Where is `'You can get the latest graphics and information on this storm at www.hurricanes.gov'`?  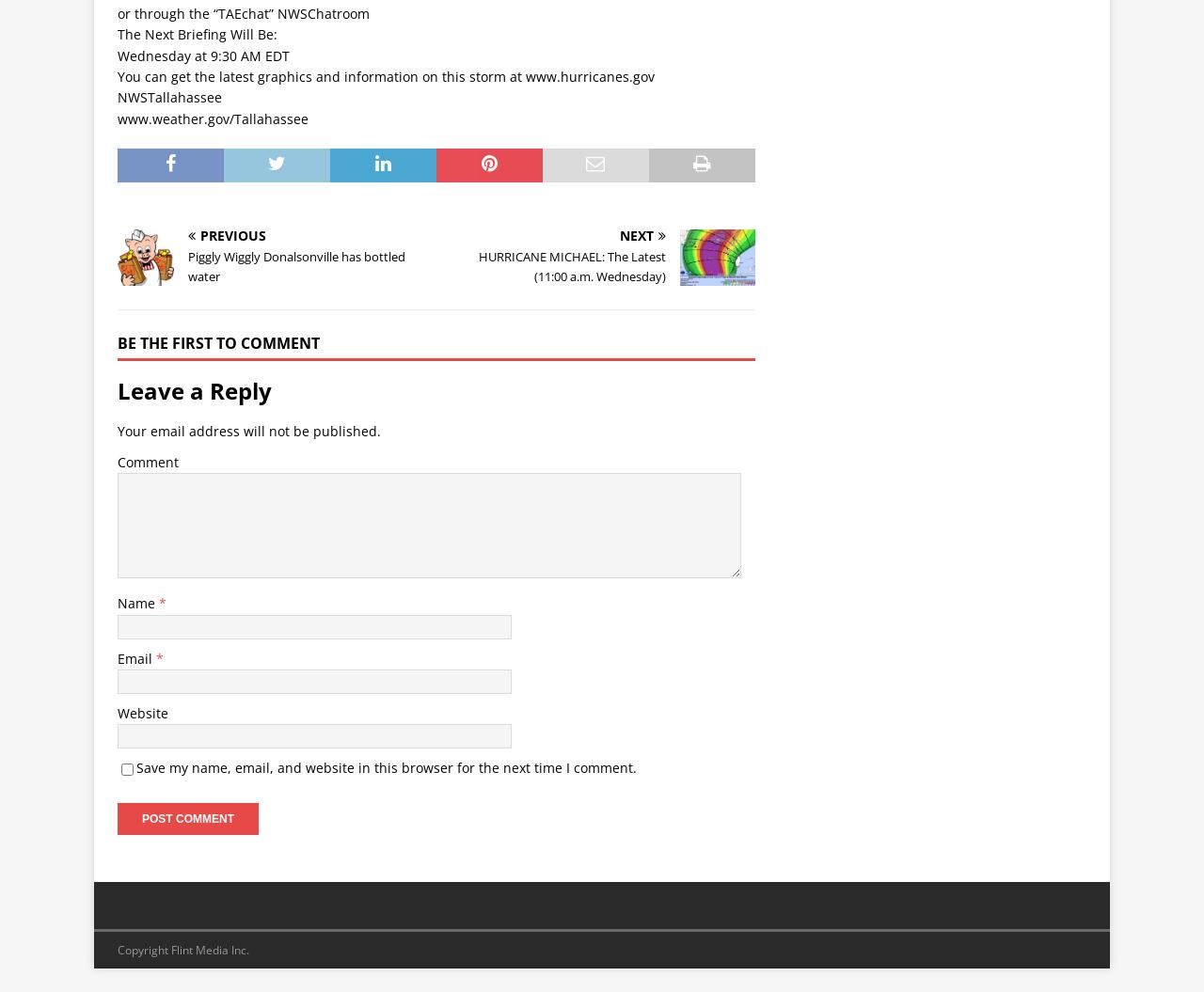 'You can get the latest graphics and information on this storm at www.hurricanes.gov' is located at coordinates (117, 75).